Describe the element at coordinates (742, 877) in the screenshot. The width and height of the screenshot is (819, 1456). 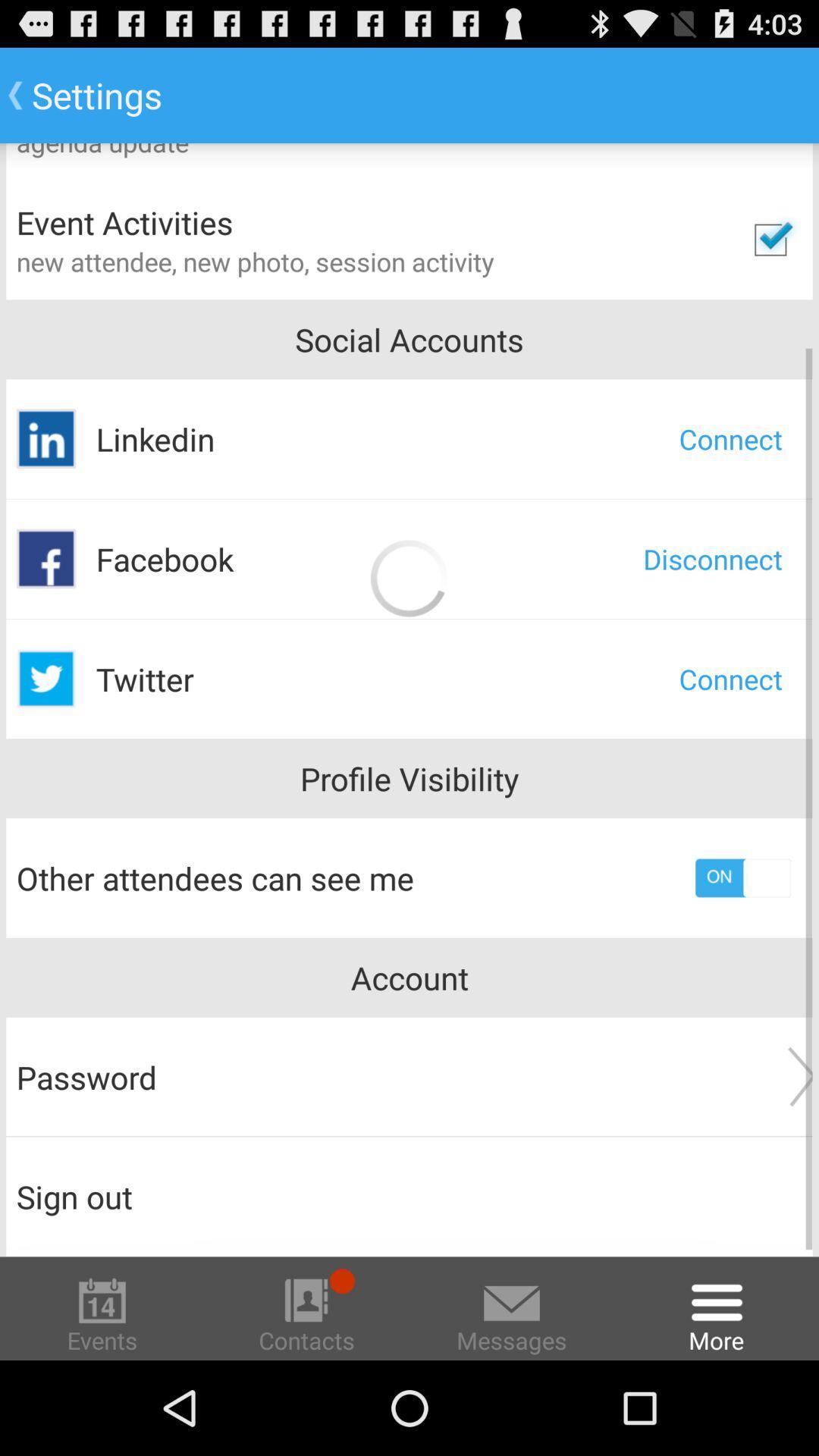
I see `item to the right of the other attendees can icon` at that location.